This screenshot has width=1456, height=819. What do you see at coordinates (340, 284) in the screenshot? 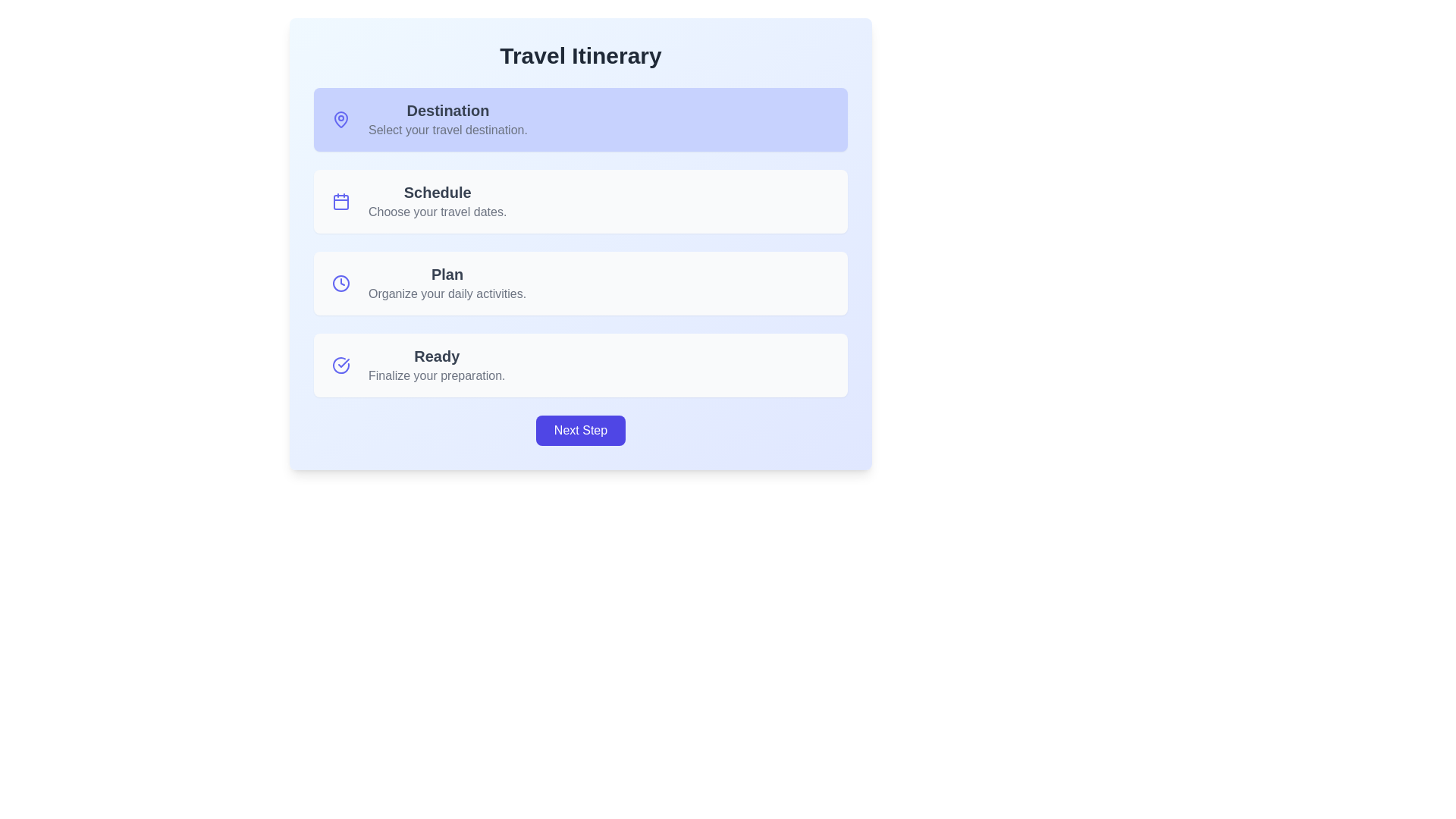
I see `the blue clock icon located in the second card from the top, to the left of the text block displaying 'Plan' and 'Organize your daily activities.'` at bounding box center [340, 284].